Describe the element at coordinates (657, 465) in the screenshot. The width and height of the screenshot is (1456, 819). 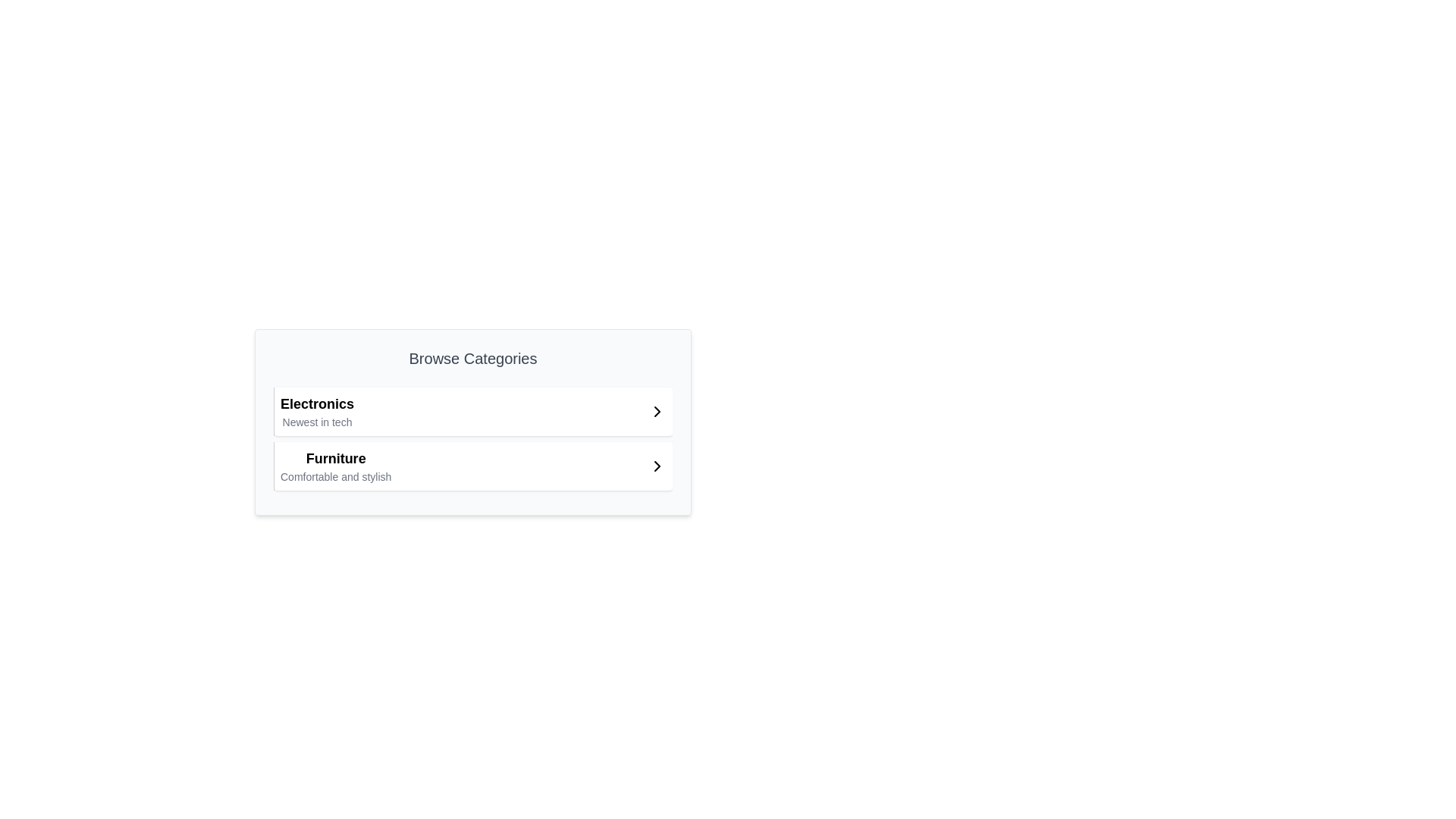
I see `the arrow-like icon pointing right located at the bottom of the 'Browse Categories' card` at that location.